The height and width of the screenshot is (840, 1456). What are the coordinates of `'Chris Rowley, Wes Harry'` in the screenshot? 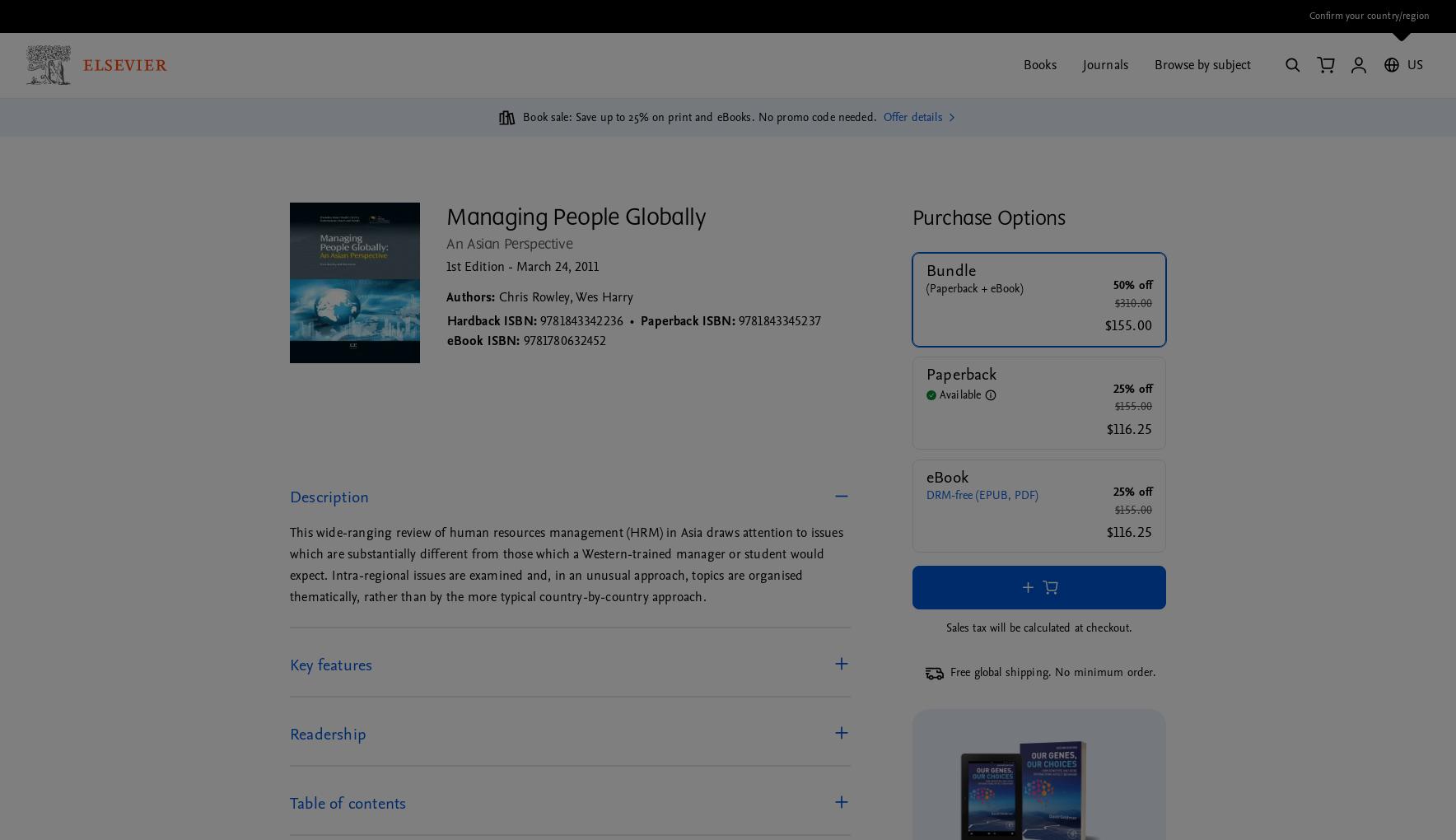 It's located at (566, 295).